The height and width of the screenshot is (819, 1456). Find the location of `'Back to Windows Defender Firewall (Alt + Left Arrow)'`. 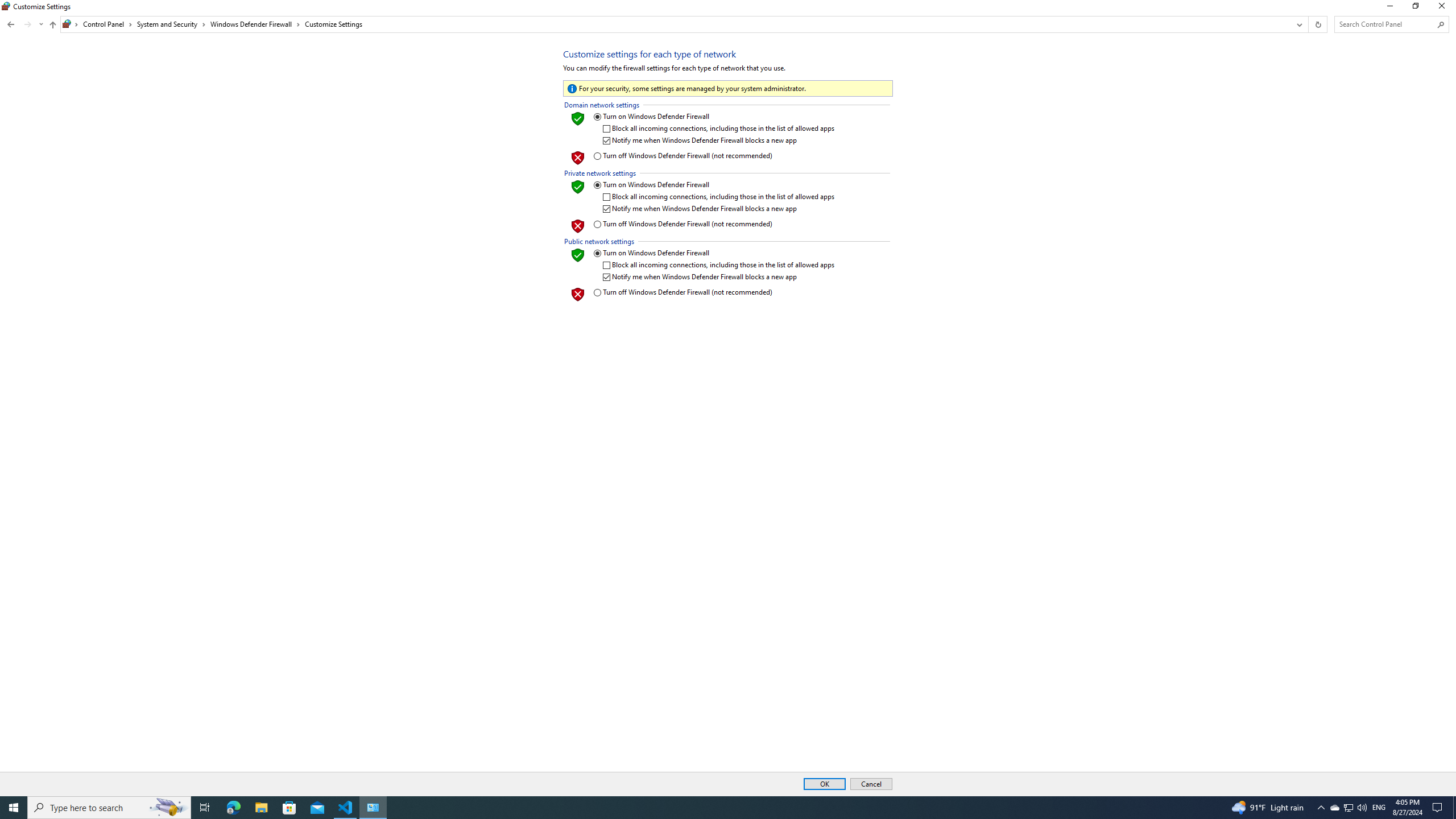

'Back to Windows Defender Firewall (Alt + Left Arrow)' is located at coordinates (11, 24).